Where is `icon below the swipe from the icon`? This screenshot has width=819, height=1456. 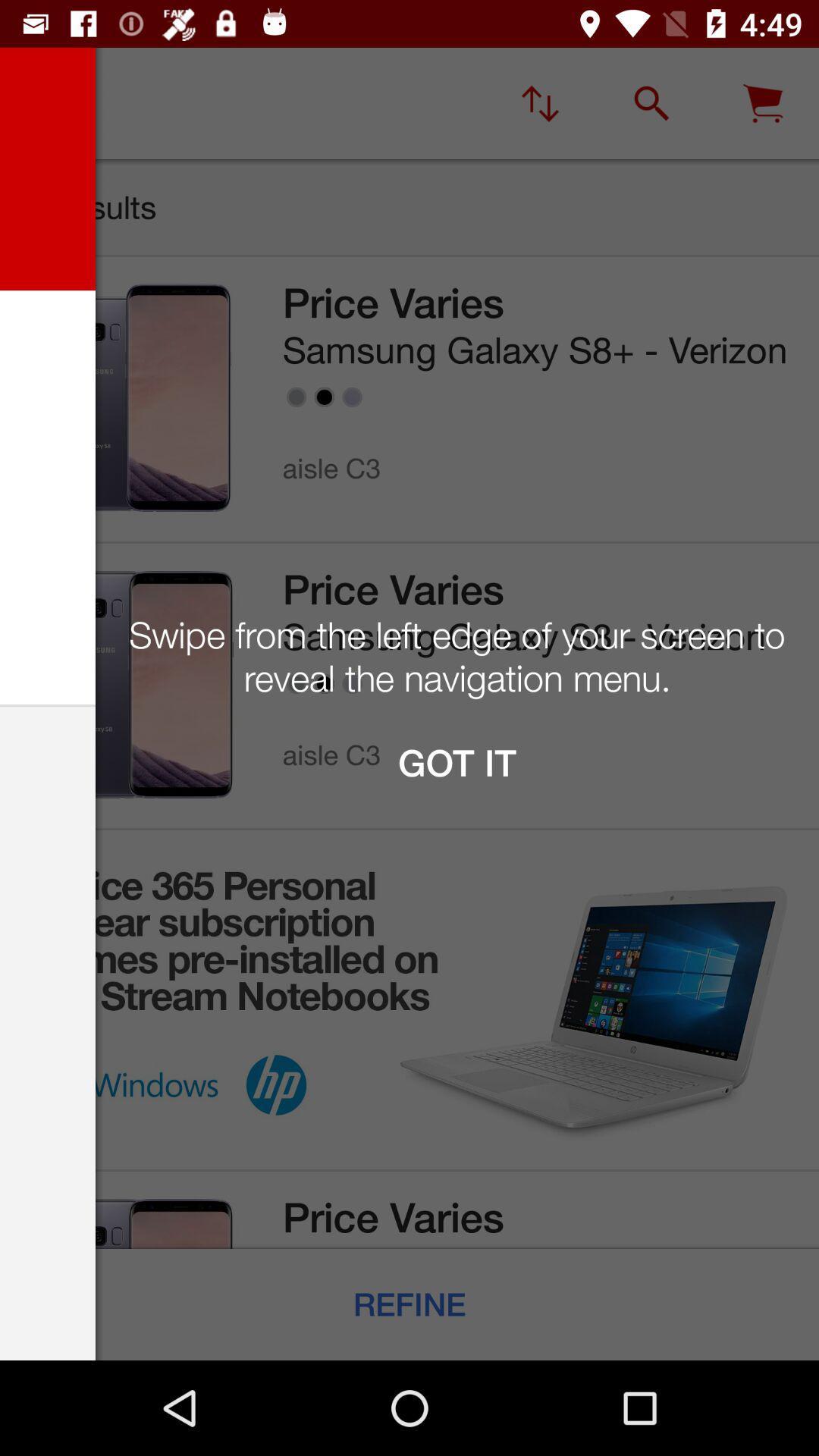 icon below the swipe from the icon is located at coordinates (456, 763).